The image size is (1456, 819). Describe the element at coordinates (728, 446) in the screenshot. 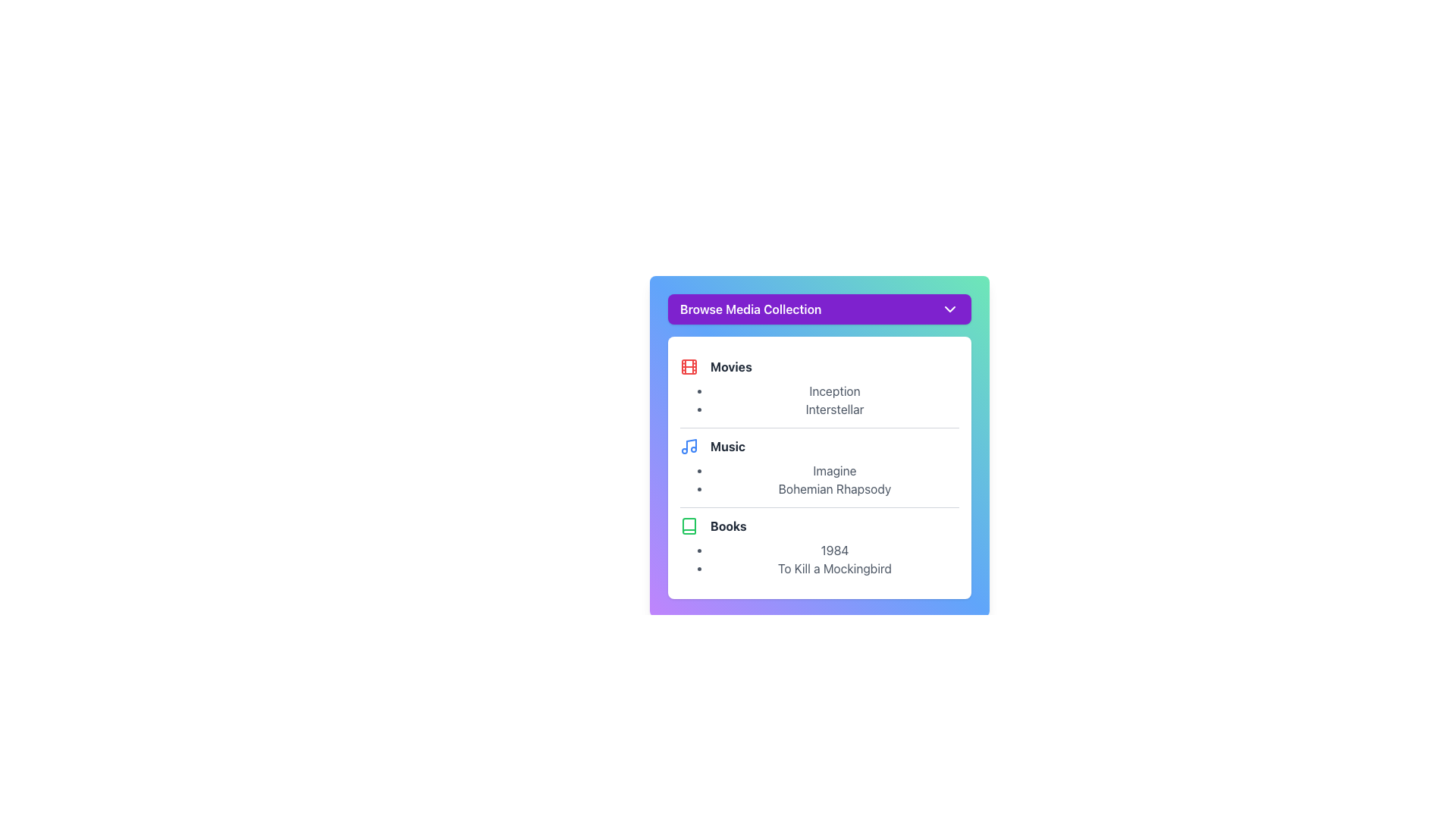

I see `the 'Music' category label in the media browsing interface, which is positioned horizontally to the right of a musical note icon and vertically aligned with the 'Movies' and 'Books' categories` at that location.